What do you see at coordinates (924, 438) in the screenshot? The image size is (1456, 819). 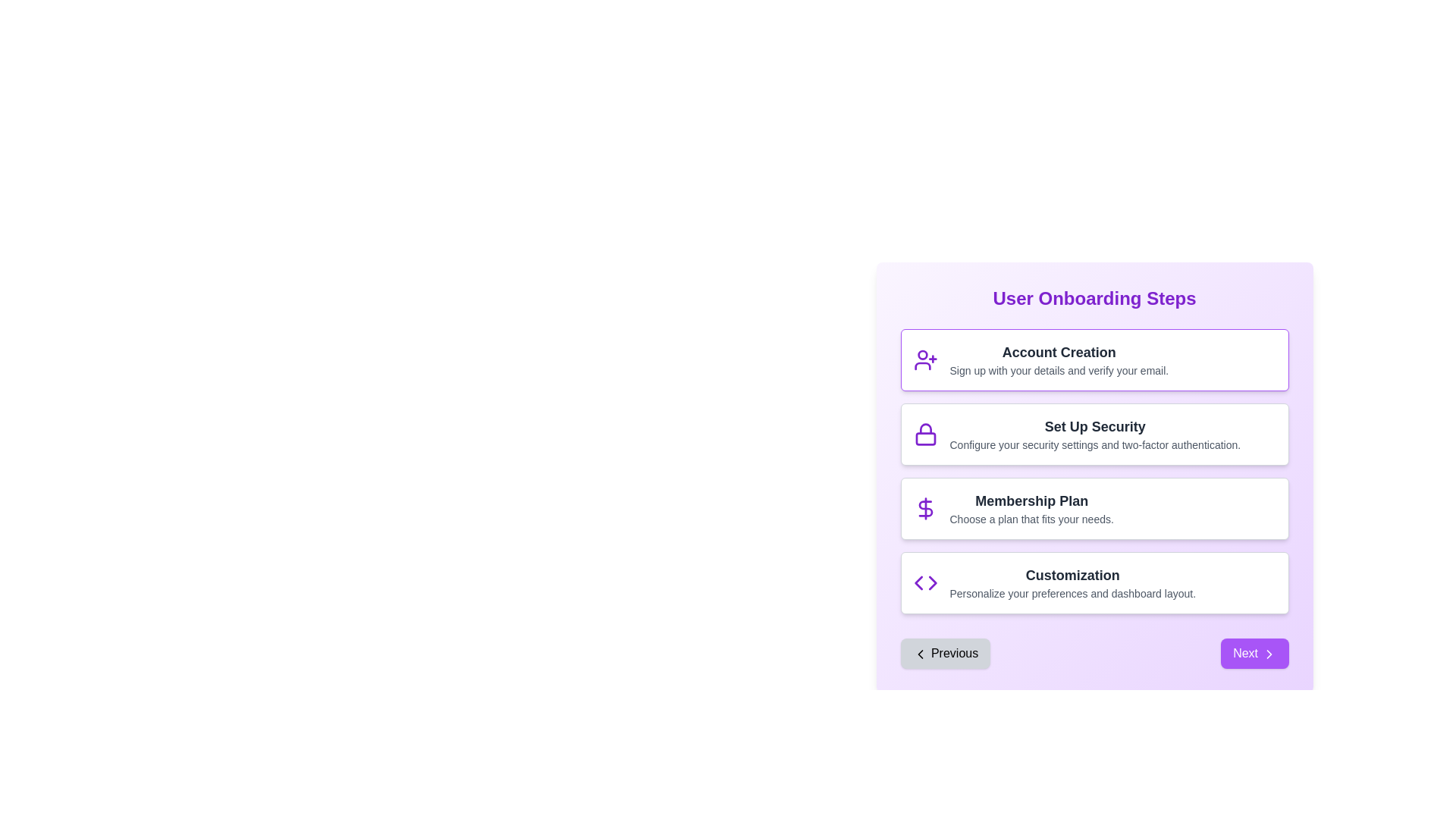 I see `the rectangular element with rounded corners styled in a single color fill, located inside the purple lock icon representing security, which is the second icon from the top in the user onboarding steps` at bounding box center [924, 438].